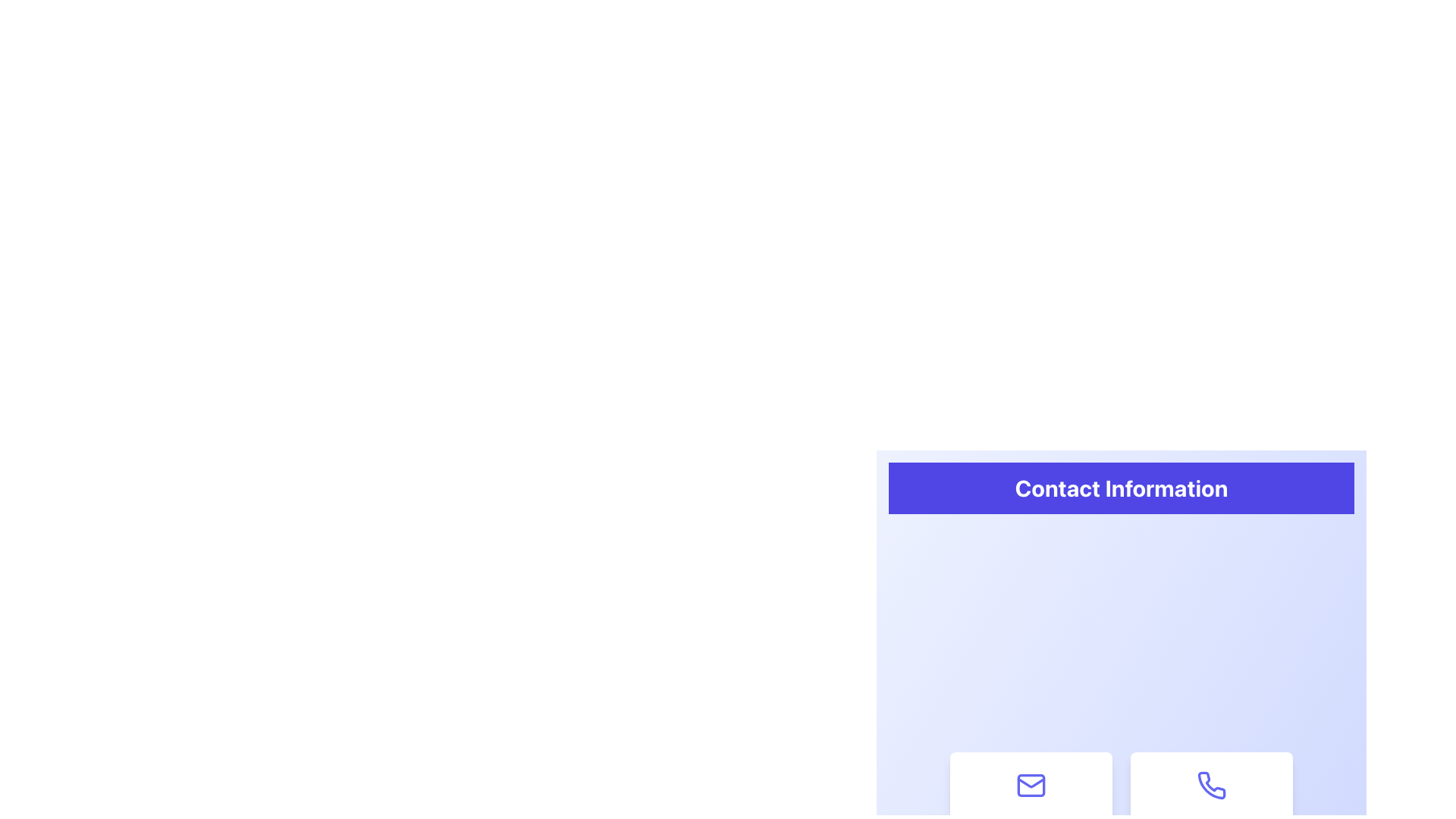 Image resolution: width=1456 pixels, height=819 pixels. Describe the element at coordinates (1031, 785) in the screenshot. I see `the upper rectangular shape of the envelope icon, which is part of the icon component related to email or messaging, located beneath the 'Contact Information' header` at that location.